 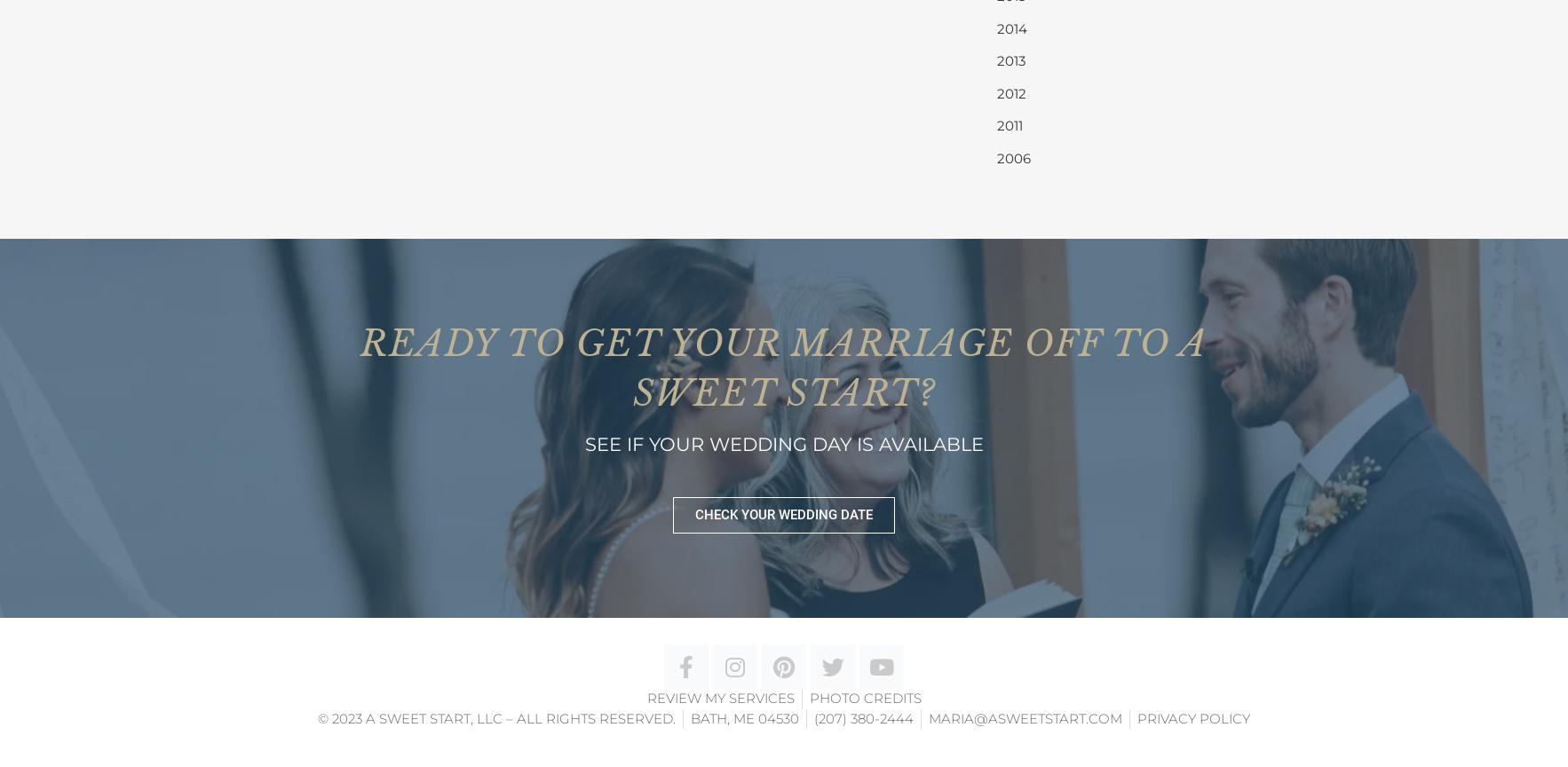 What do you see at coordinates (1193, 716) in the screenshot?
I see `'privacy policy'` at bounding box center [1193, 716].